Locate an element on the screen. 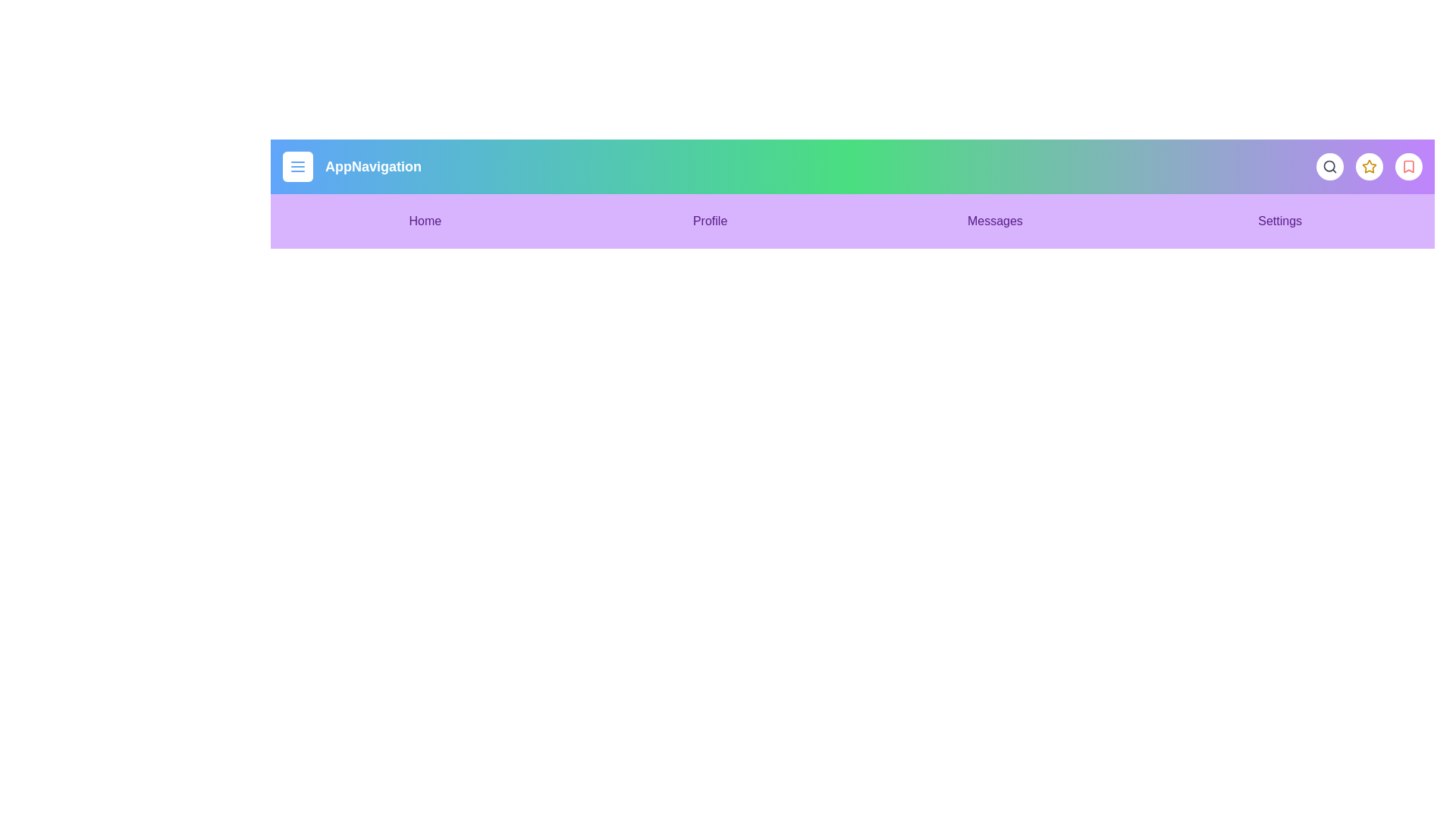 The width and height of the screenshot is (1456, 819). the menu item Home to navigate to the corresponding section is located at coordinates (425, 221).